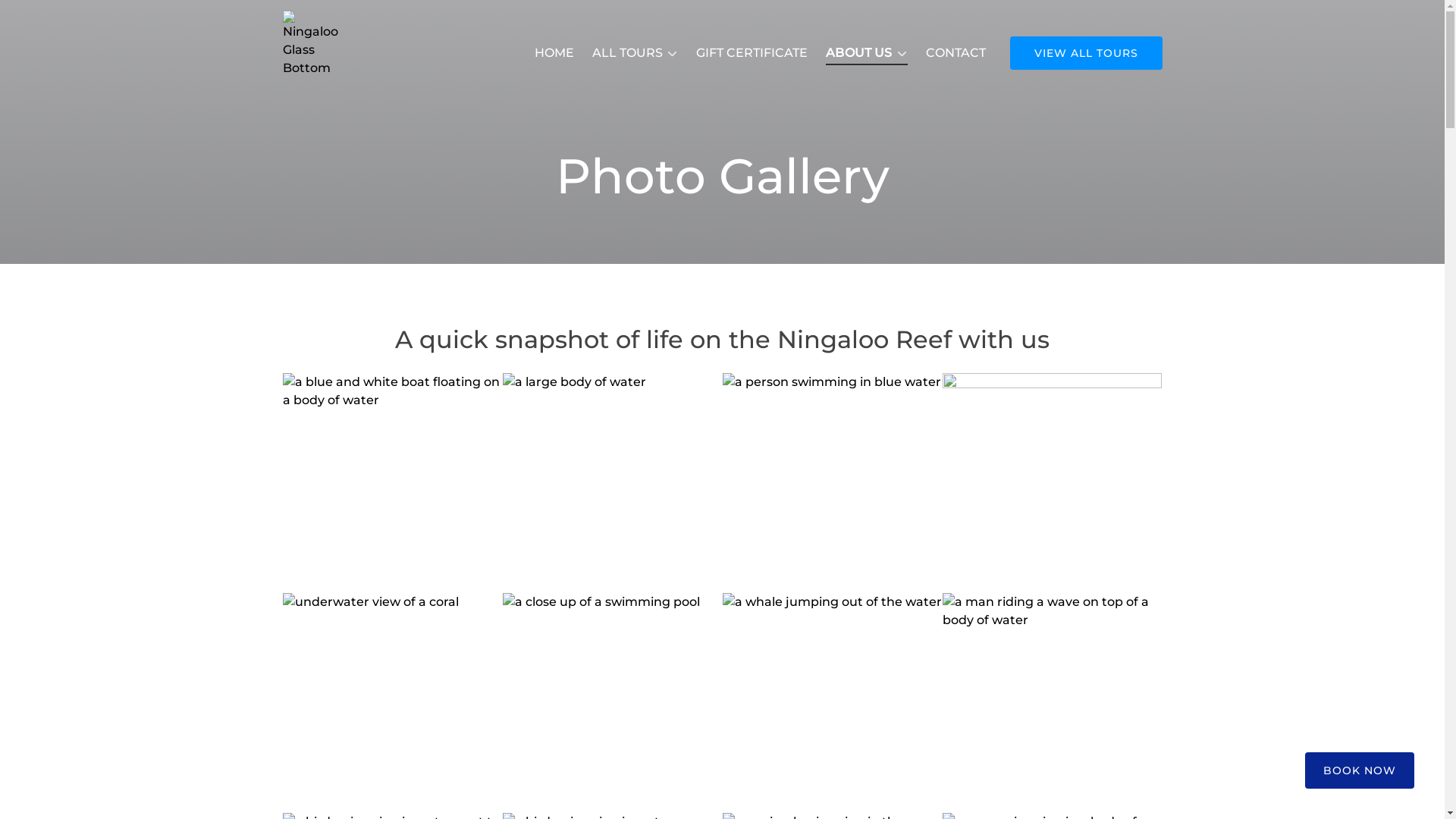 This screenshot has width=1456, height=819. Describe the element at coordinates (553, 52) in the screenshot. I see `'HOME'` at that location.